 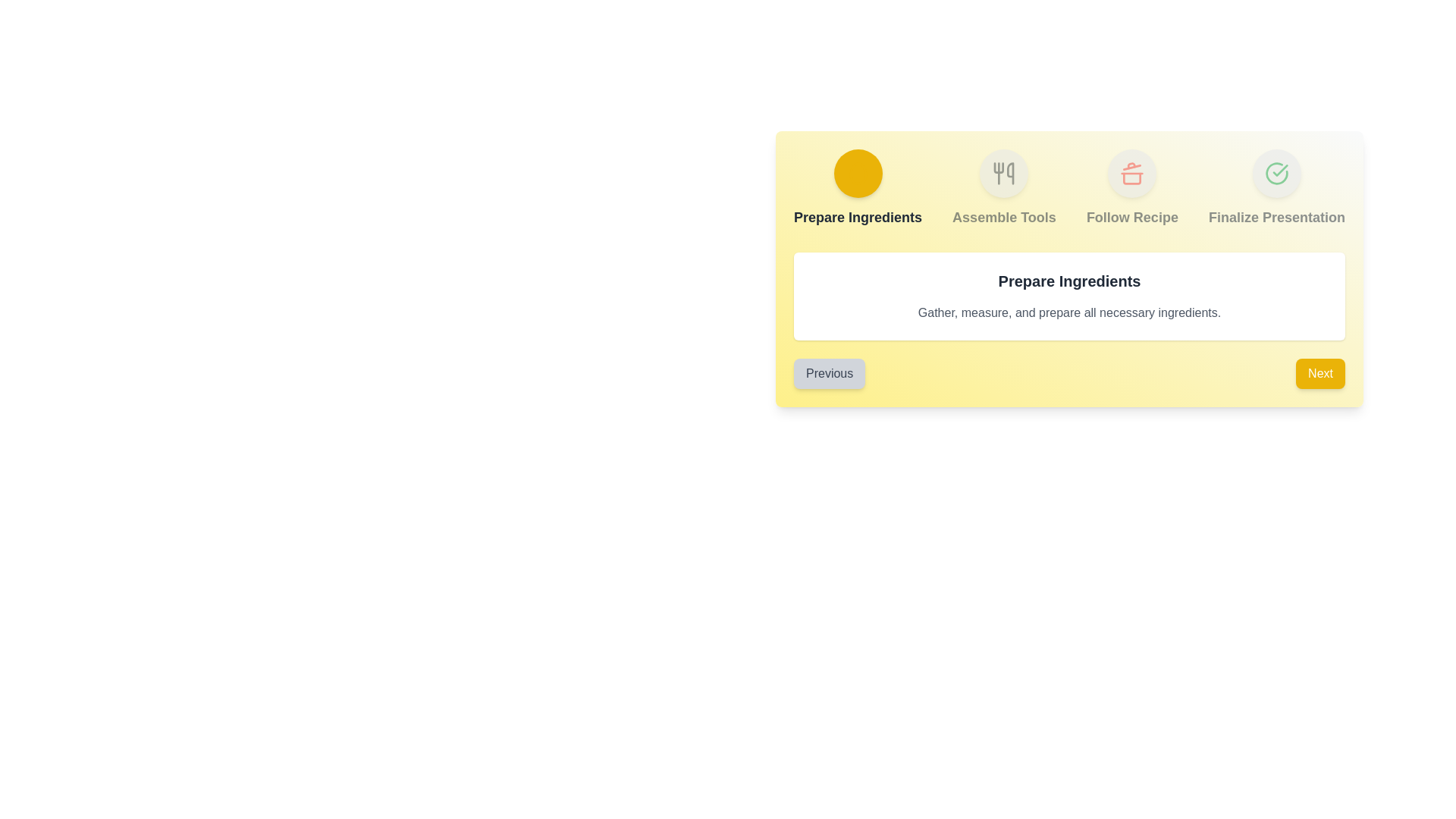 What do you see at coordinates (1319, 374) in the screenshot?
I see `the 'Next' button, which is a vibrant yellow rectangular button with white bold text, located in the lower-right corner of the yellow section of the recipe step interface` at bounding box center [1319, 374].